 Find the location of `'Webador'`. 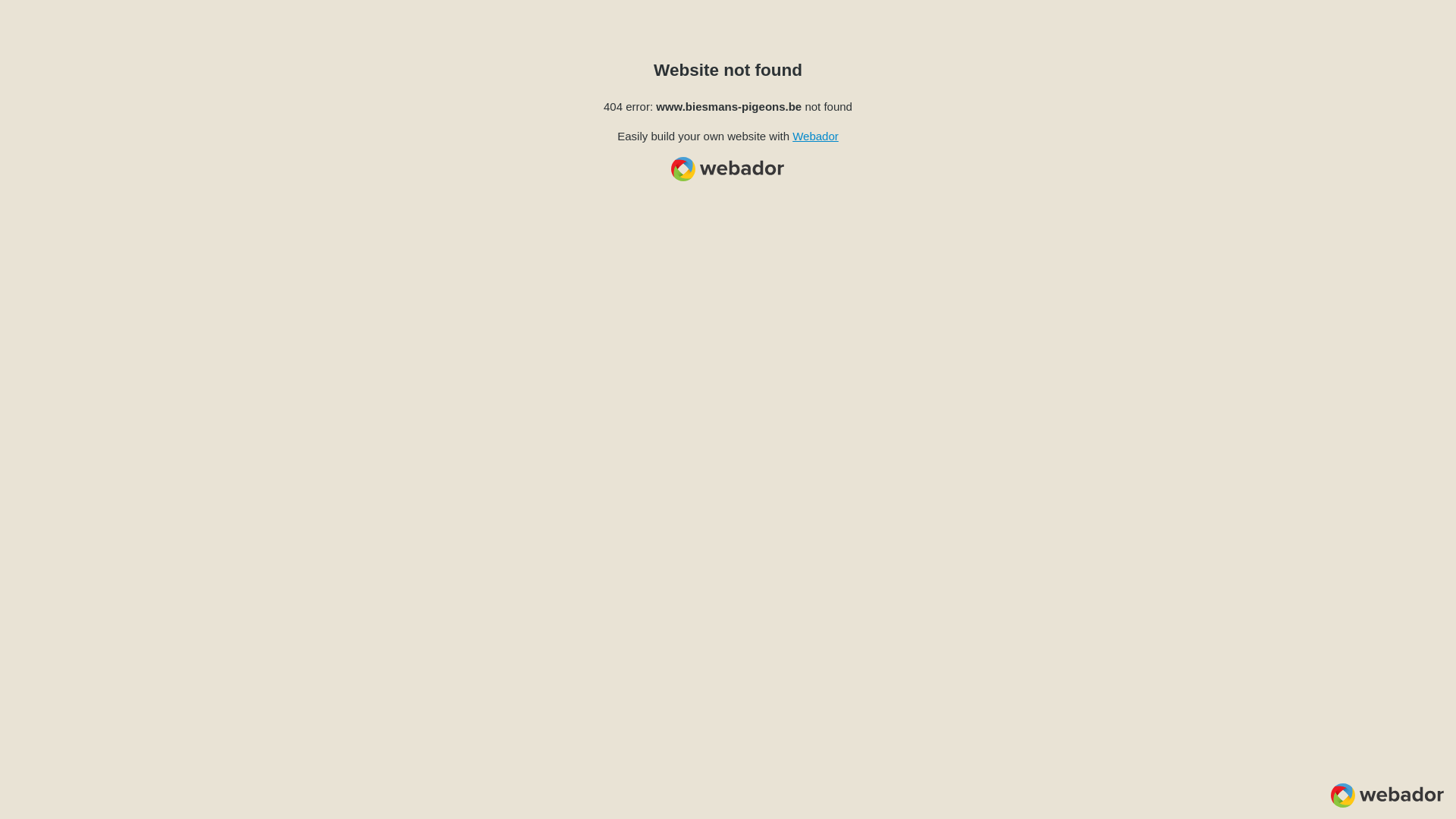

'Webador' is located at coordinates (792, 135).